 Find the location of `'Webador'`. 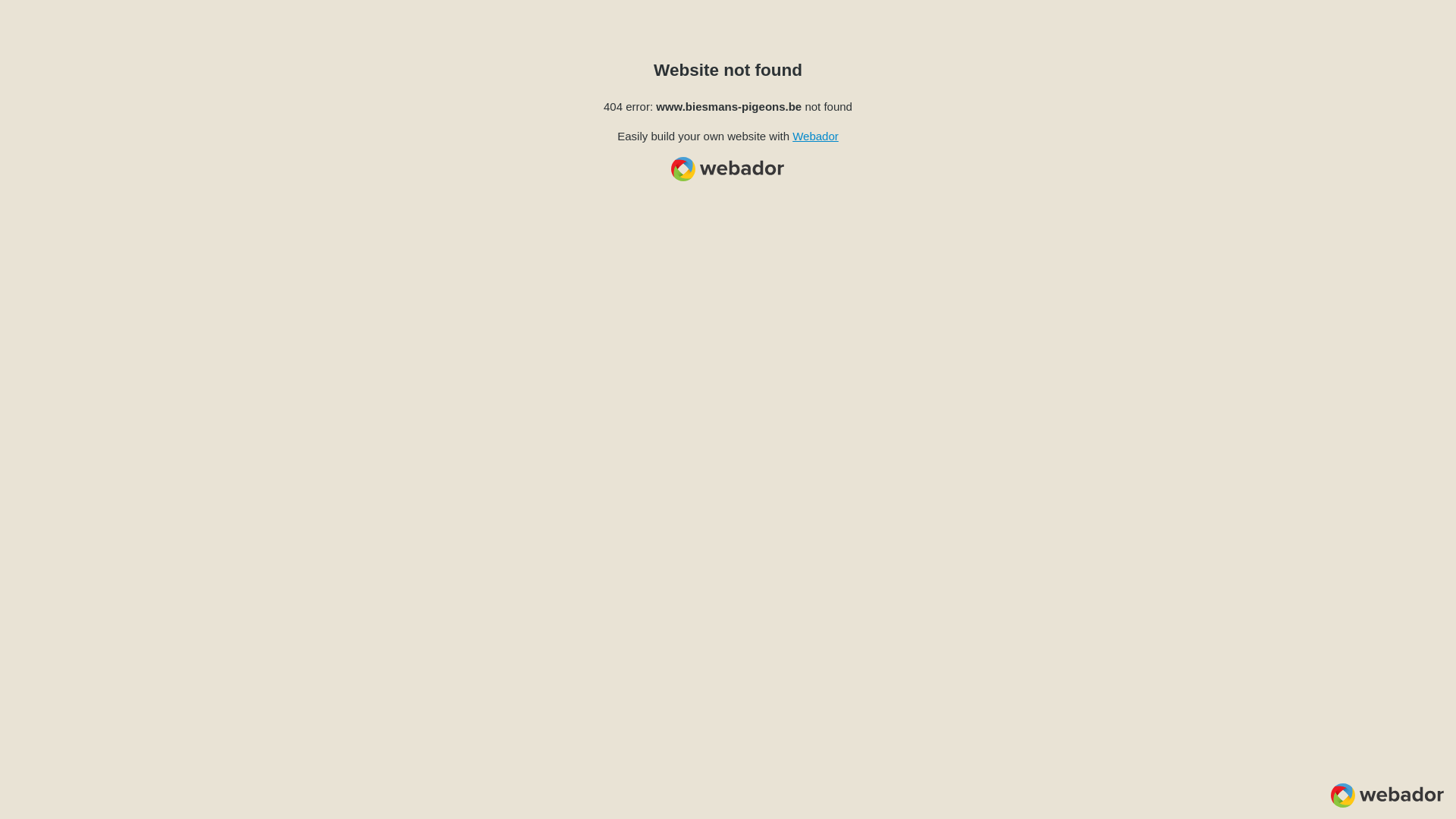

'Webador' is located at coordinates (792, 135).